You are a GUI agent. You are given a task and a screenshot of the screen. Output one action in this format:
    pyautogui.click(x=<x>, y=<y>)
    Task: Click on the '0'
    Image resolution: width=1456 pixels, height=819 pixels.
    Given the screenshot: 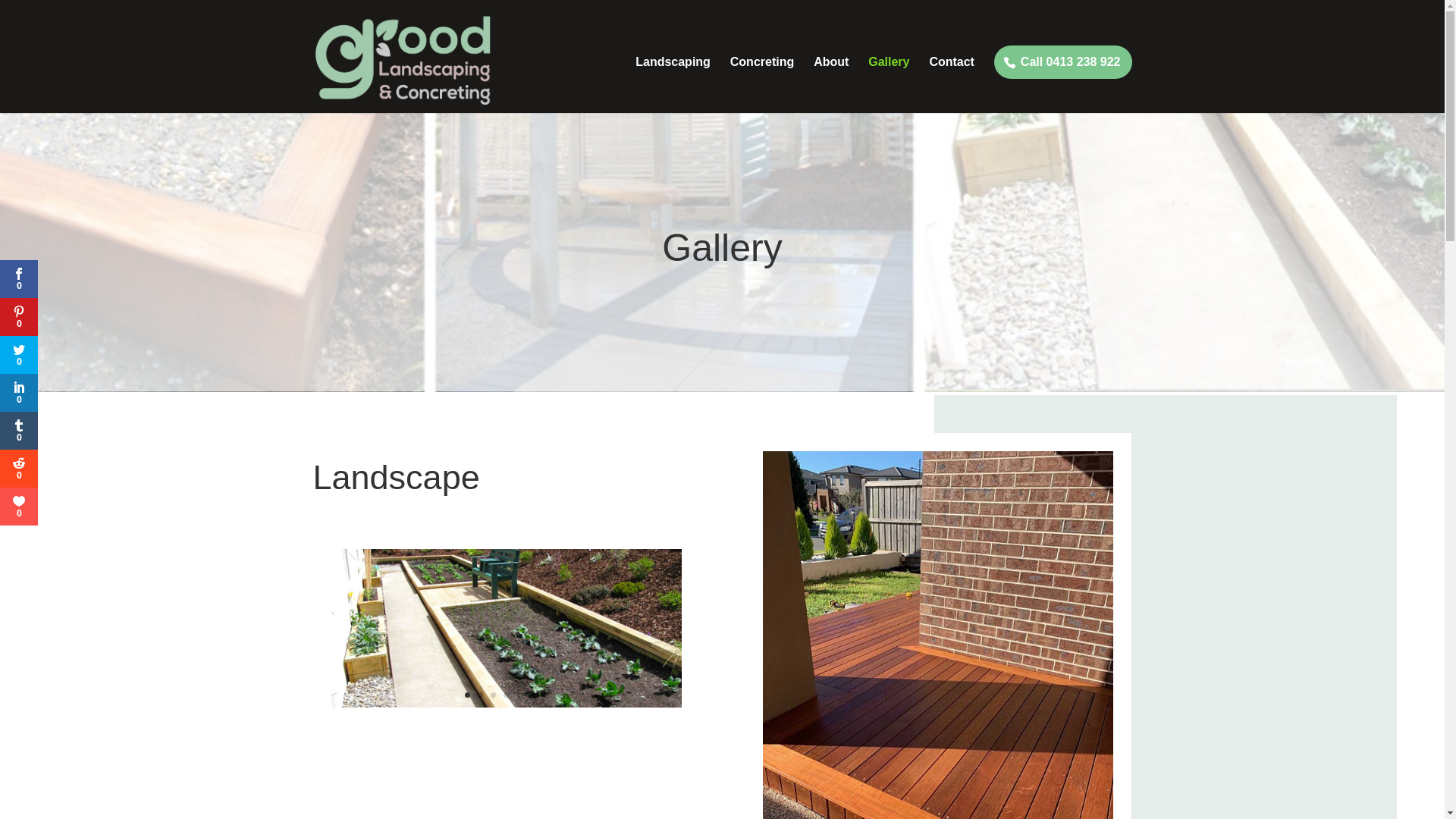 What is the action you would take?
    pyautogui.click(x=18, y=354)
    